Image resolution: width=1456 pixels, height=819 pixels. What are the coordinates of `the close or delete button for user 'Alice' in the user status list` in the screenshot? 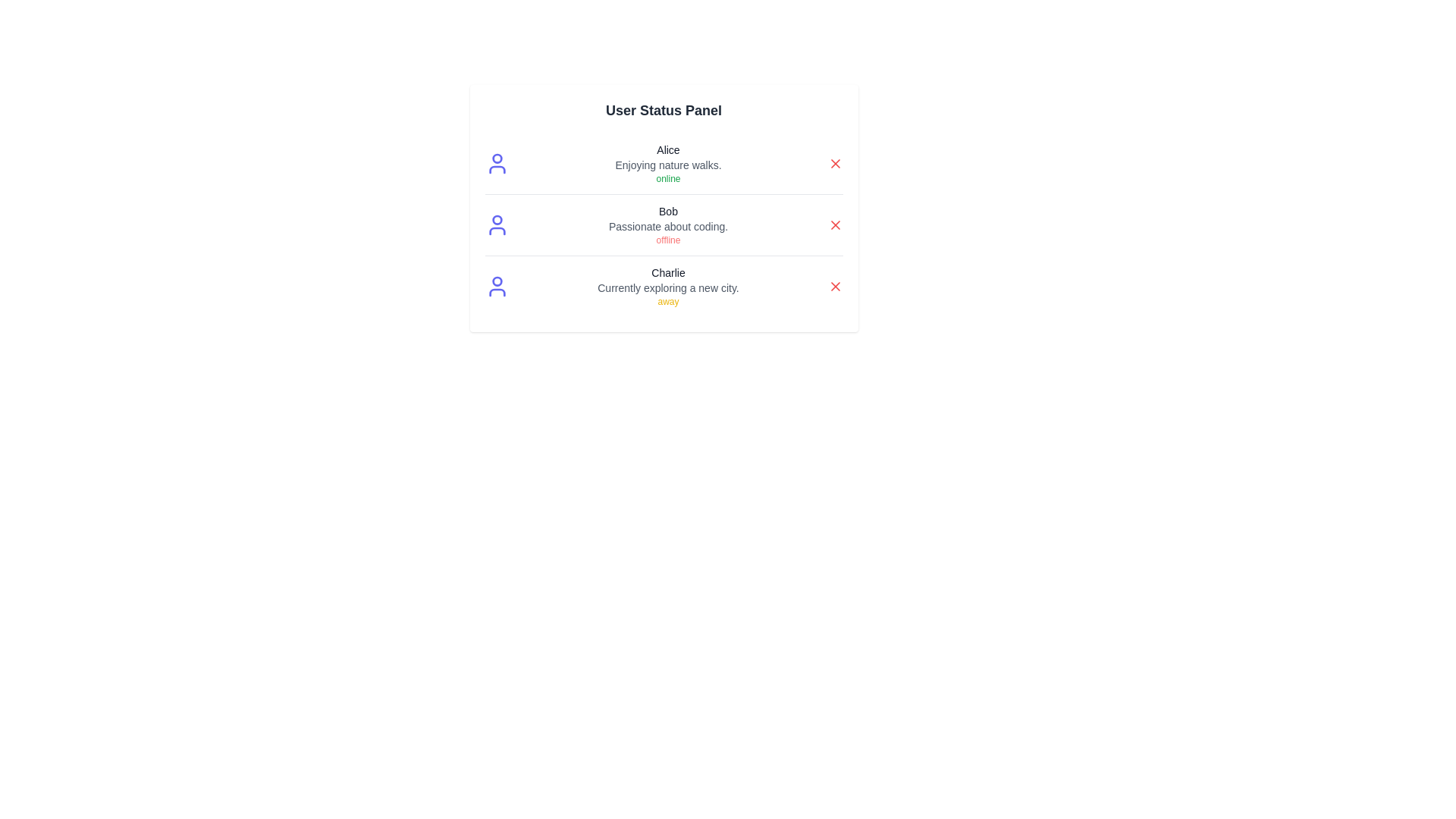 It's located at (834, 164).